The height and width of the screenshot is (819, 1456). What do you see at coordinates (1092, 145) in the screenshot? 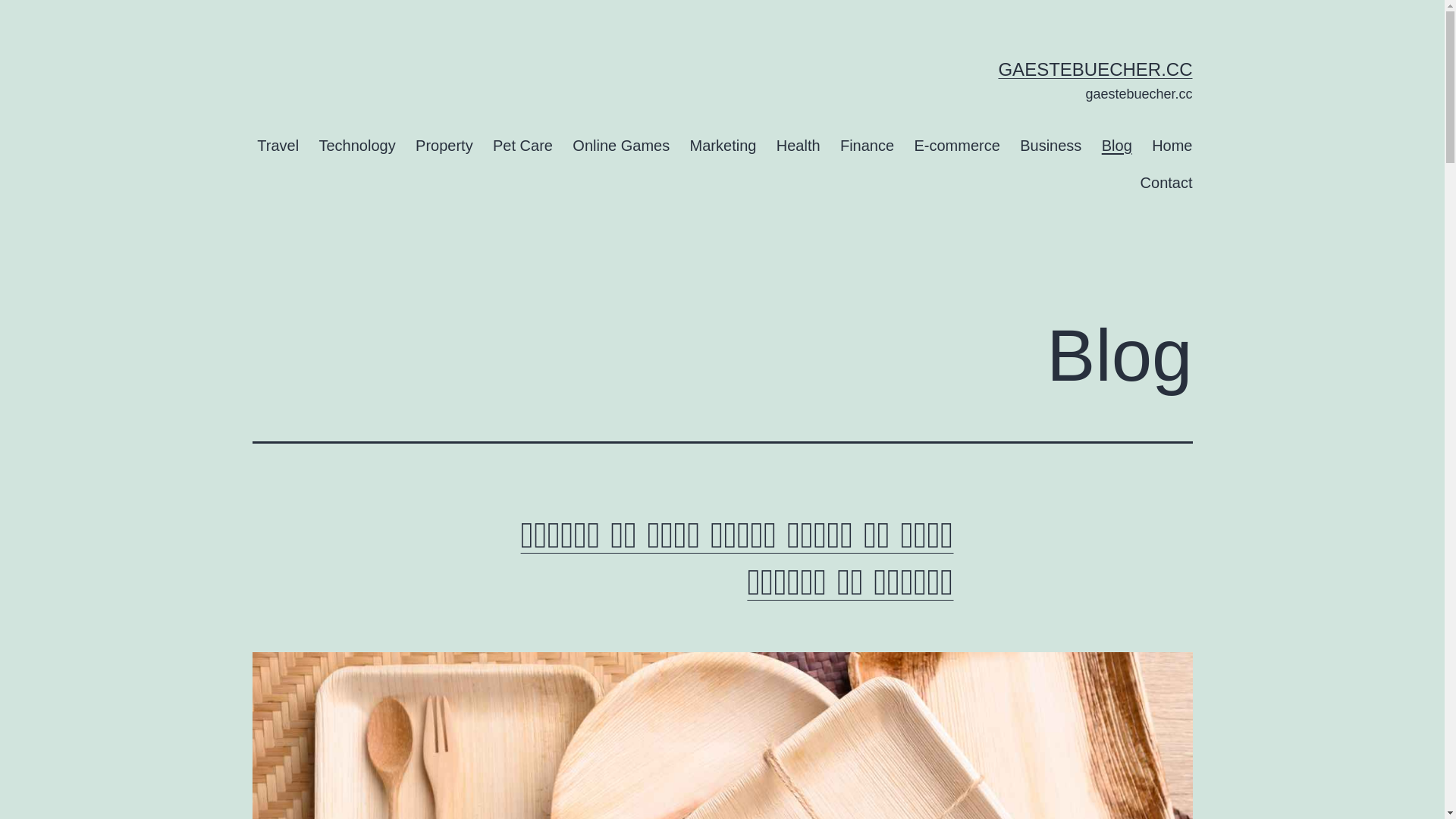
I see `'Blog'` at bounding box center [1092, 145].